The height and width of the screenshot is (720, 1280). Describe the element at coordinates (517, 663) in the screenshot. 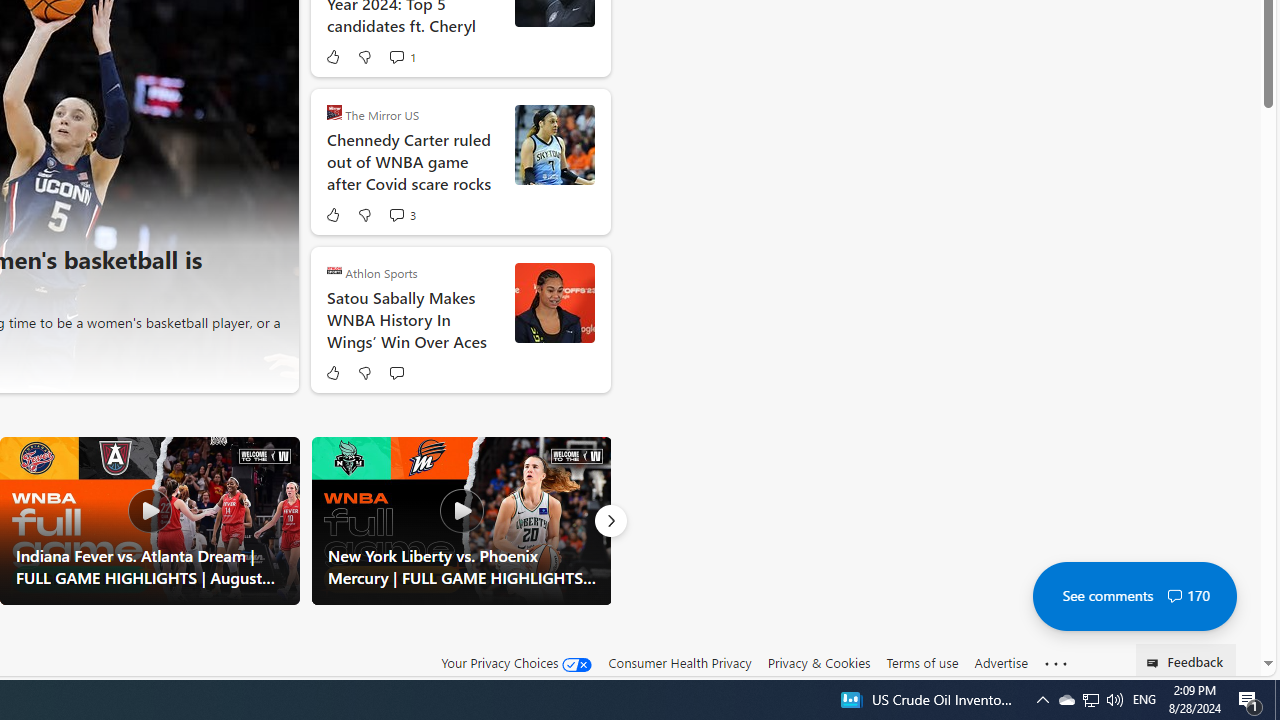

I see `'Your Privacy Choices'` at that location.